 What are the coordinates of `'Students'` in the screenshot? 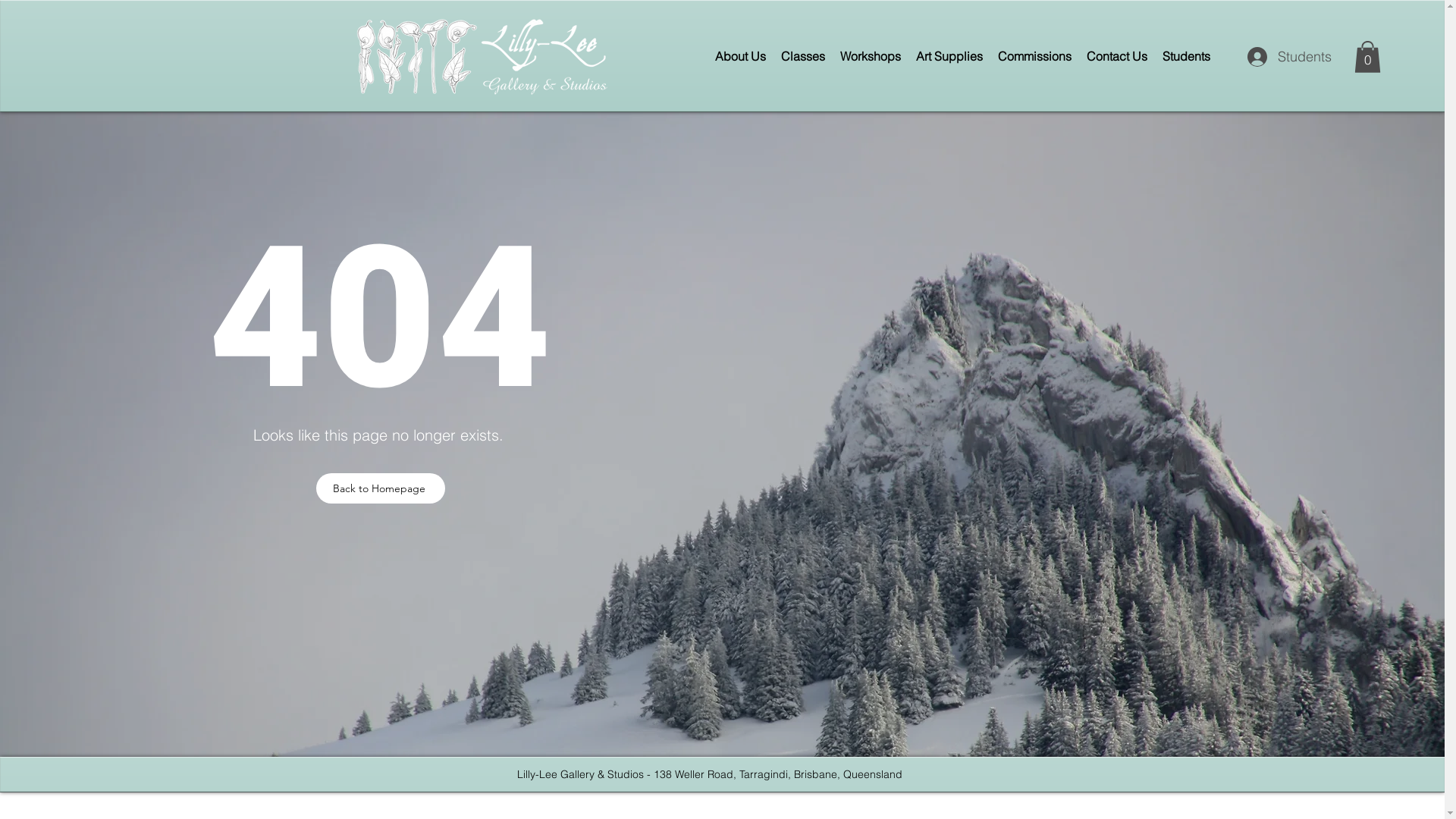 It's located at (1281, 55).